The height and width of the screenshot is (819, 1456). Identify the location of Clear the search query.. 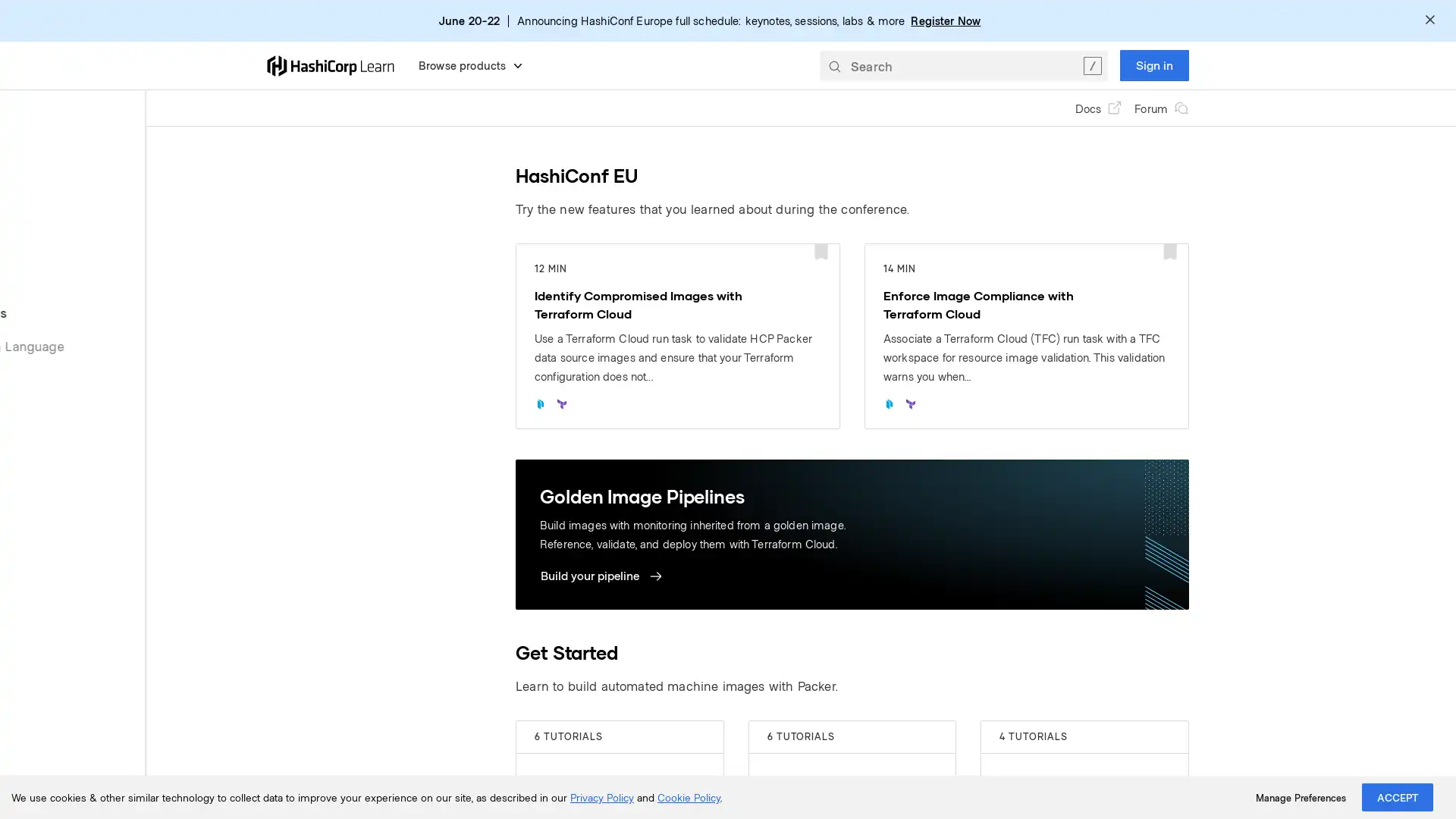
(1092, 64).